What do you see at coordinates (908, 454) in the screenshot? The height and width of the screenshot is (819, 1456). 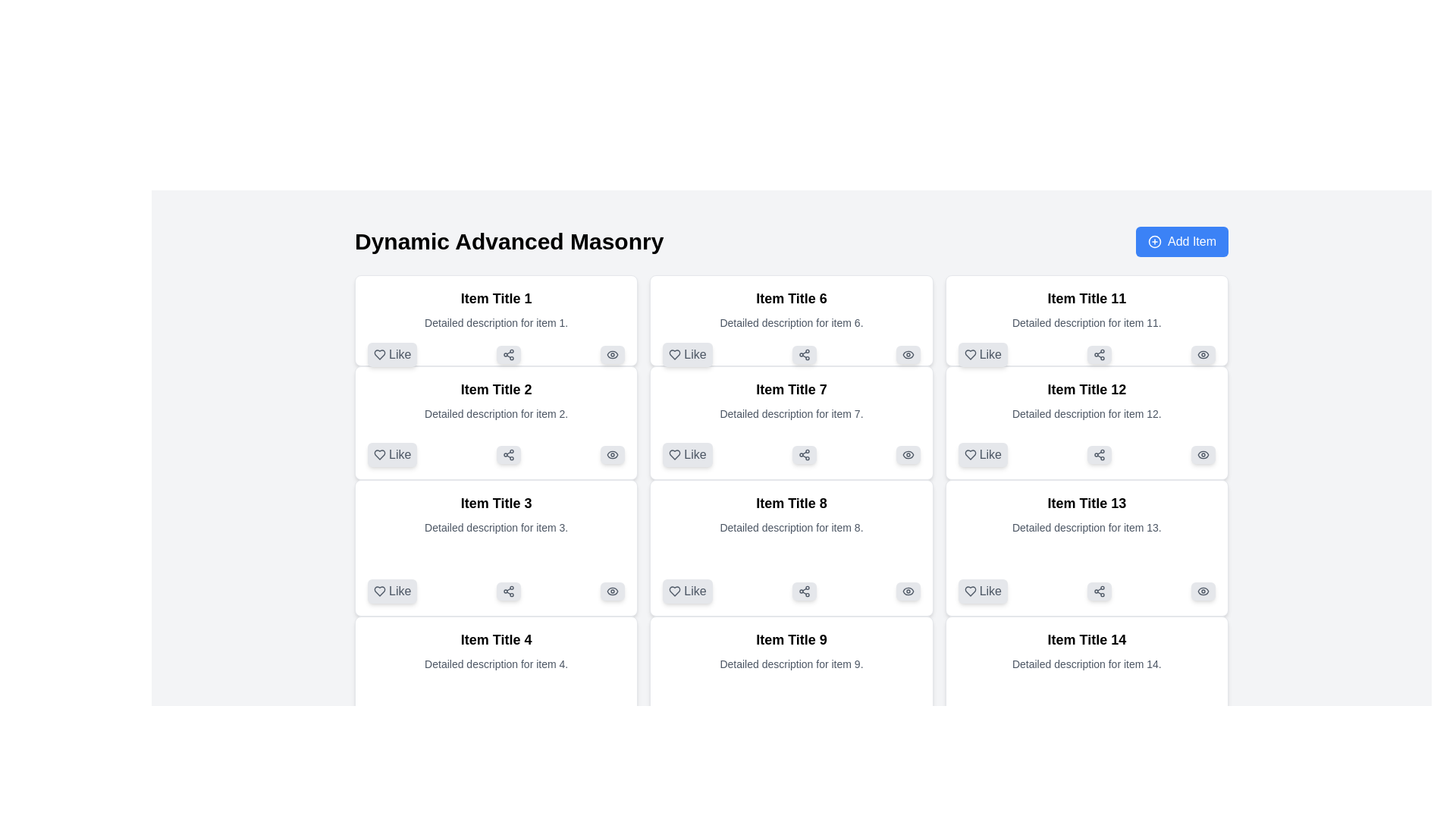 I see `the small button with a light gray background and eye icon in the bottom-right corner of the 'Item Title 7' card` at bounding box center [908, 454].